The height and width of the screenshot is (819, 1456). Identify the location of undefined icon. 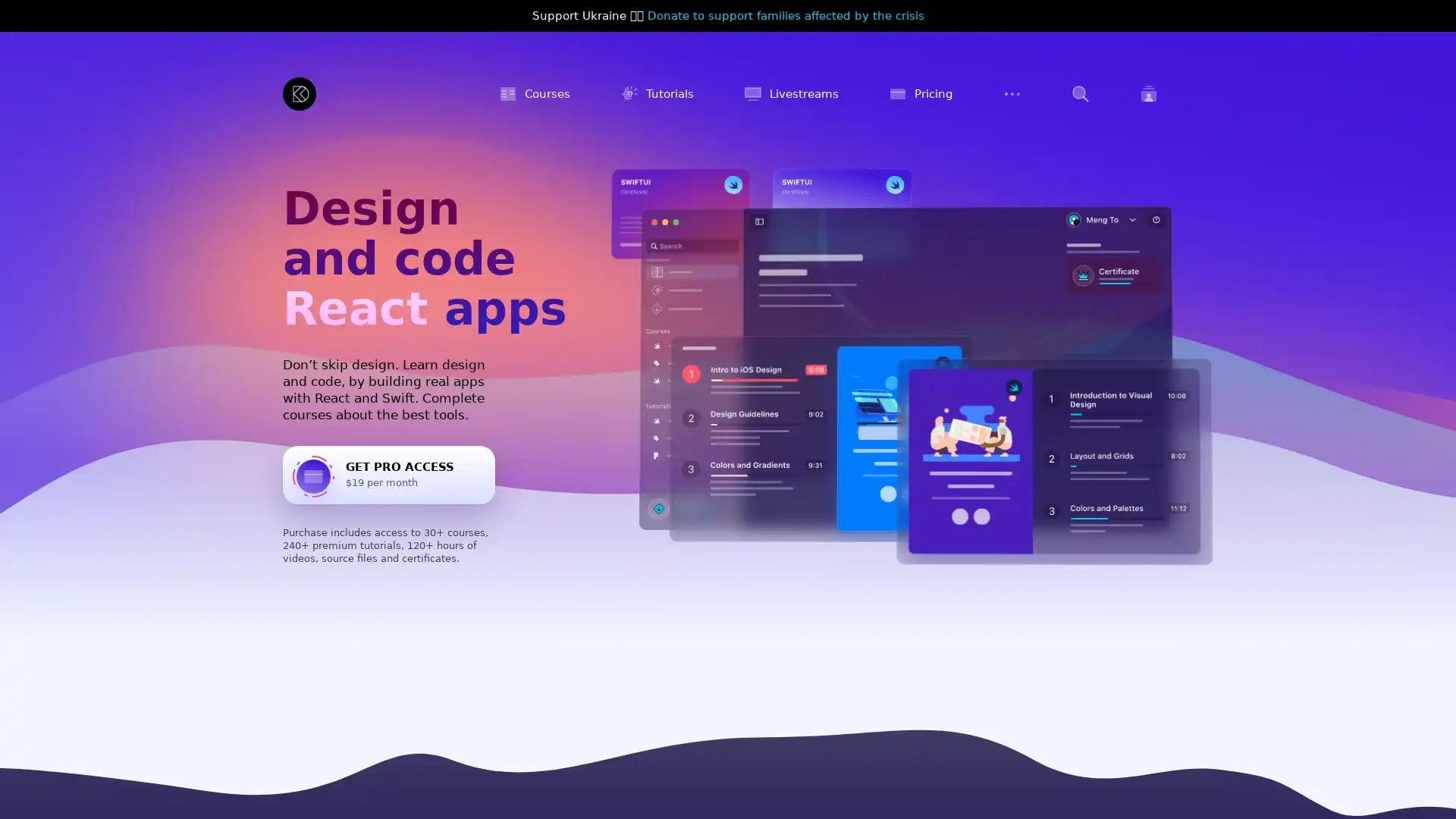
(1012, 93).